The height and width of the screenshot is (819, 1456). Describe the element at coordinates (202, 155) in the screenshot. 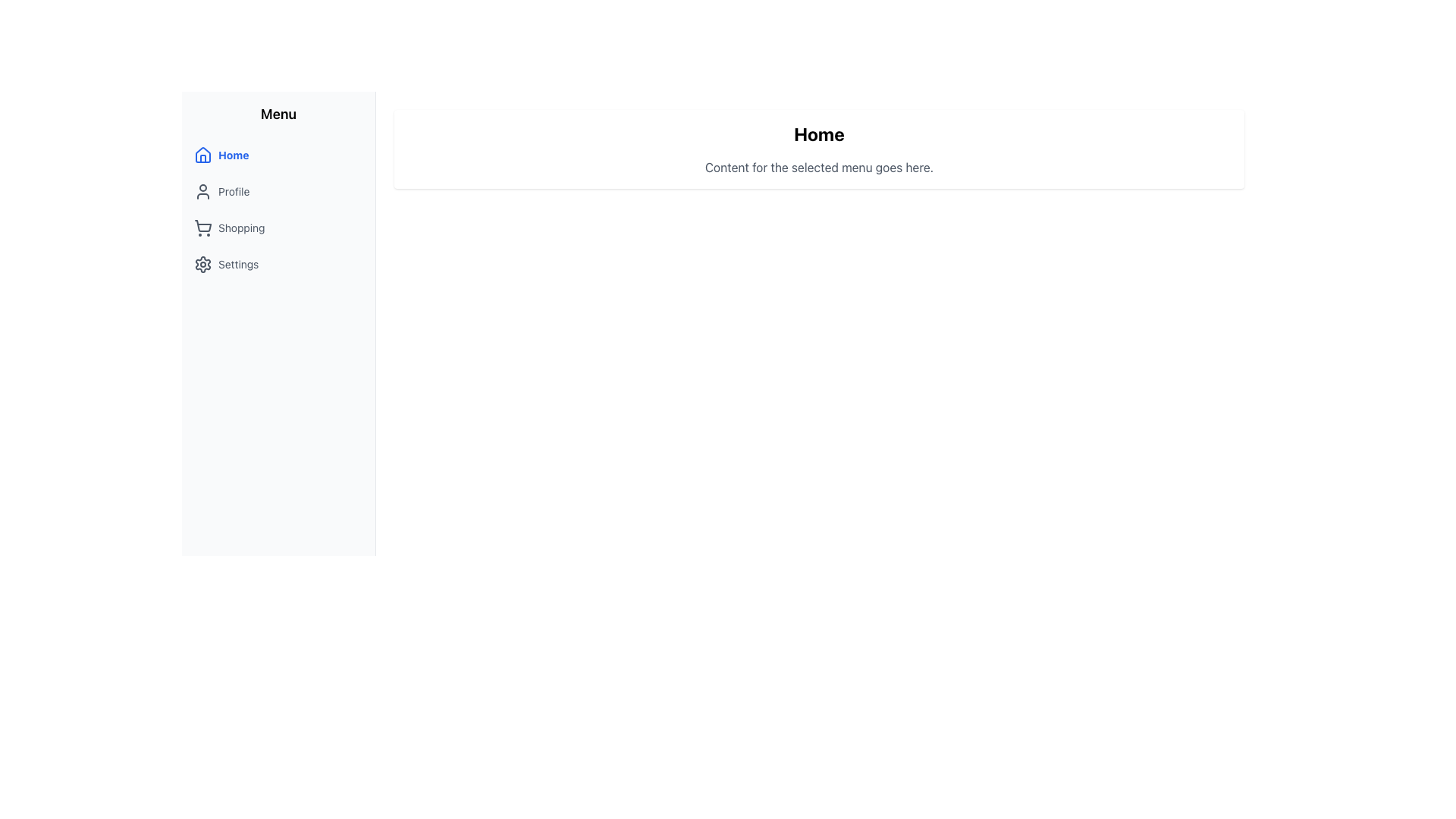

I see `the house-shaped icon in the sidebar menu` at that location.